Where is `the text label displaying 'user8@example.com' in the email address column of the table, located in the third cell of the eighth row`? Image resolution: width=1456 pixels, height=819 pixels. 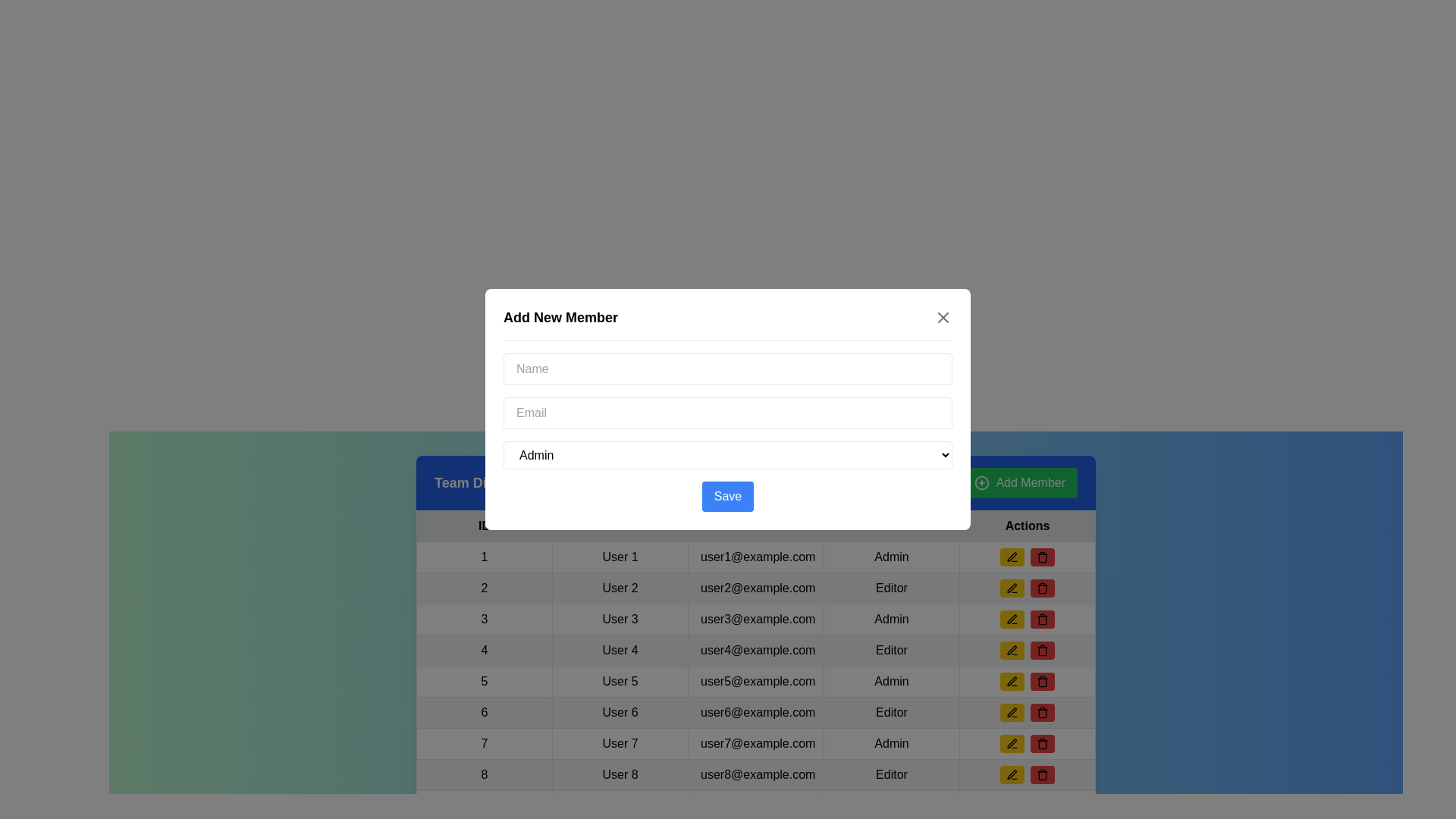
the text label displaying 'user8@example.com' in the email address column of the table, located in the third cell of the eighth row is located at coordinates (756, 775).